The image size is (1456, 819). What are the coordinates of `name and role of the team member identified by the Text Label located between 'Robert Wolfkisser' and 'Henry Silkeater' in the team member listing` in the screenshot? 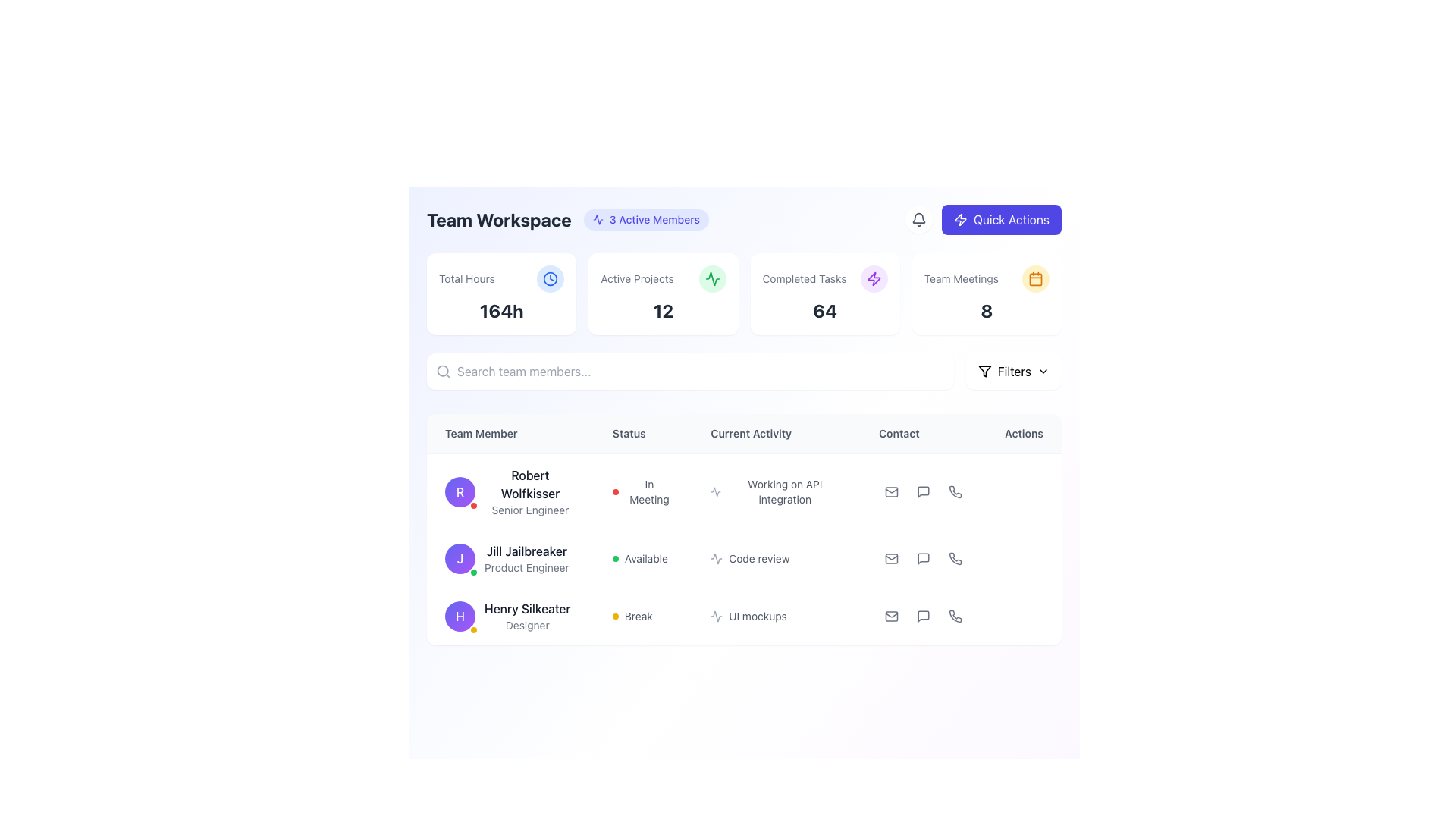 It's located at (526, 558).